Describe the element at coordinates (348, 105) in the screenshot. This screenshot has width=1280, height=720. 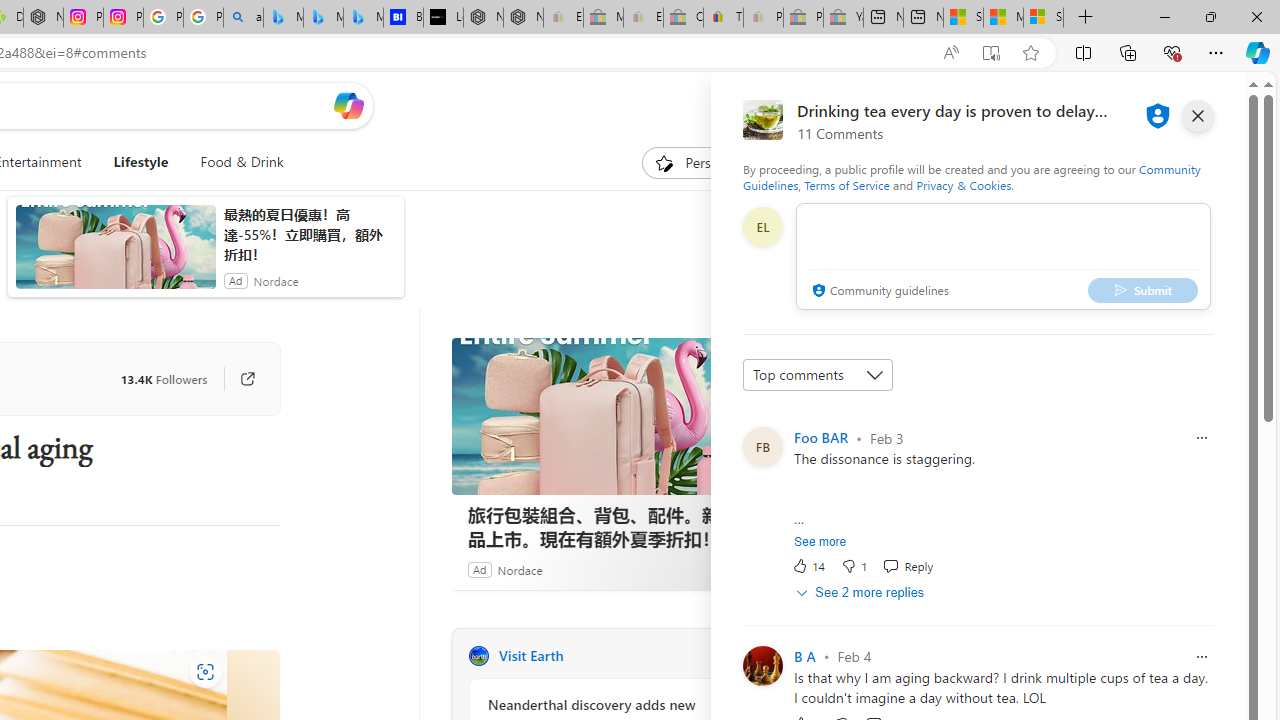
I see `'Open Copilot'` at that location.